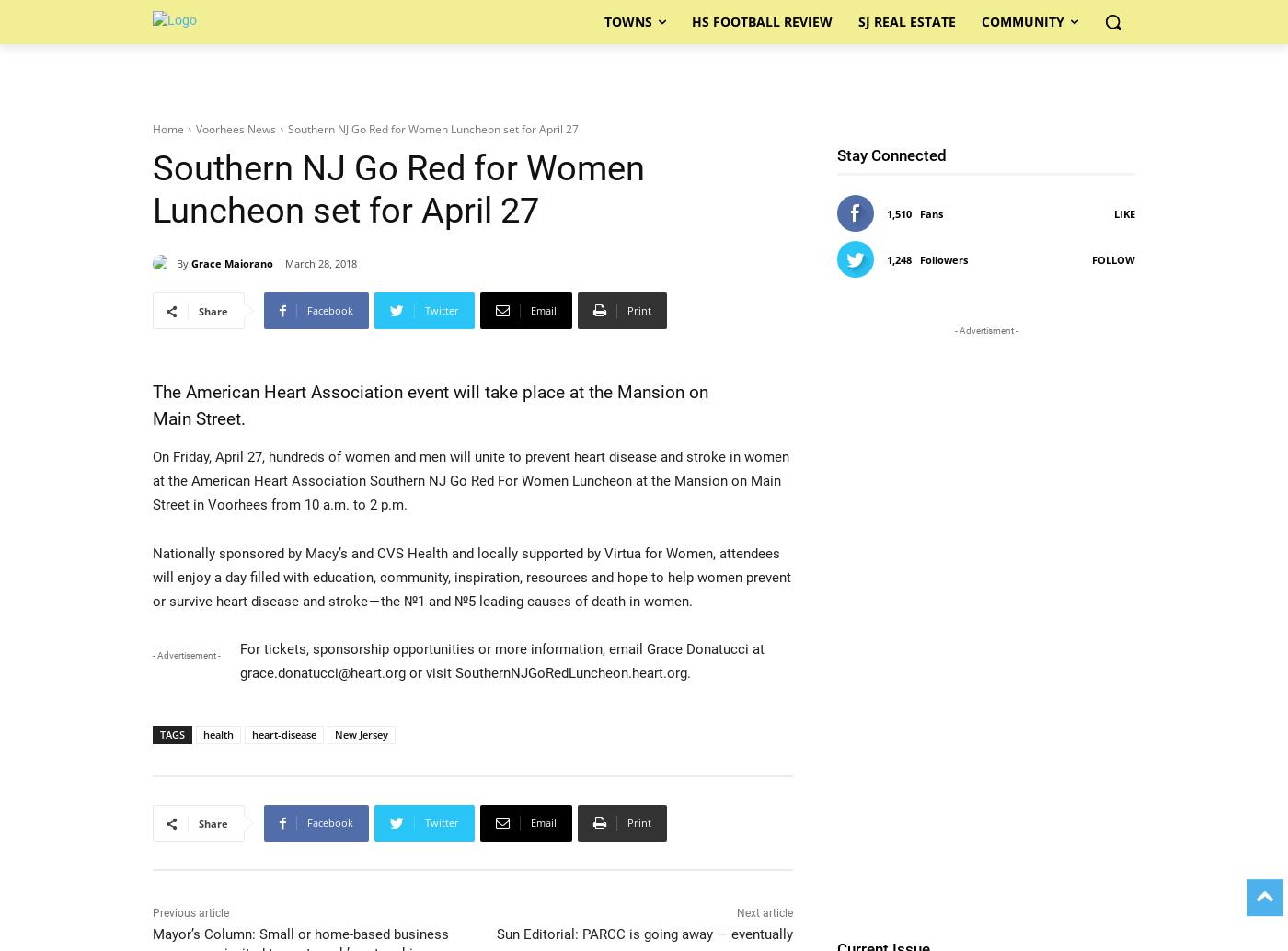 The width and height of the screenshot is (1288, 951). What do you see at coordinates (931, 213) in the screenshot?
I see `'Fans'` at bounding box center [931, 213].